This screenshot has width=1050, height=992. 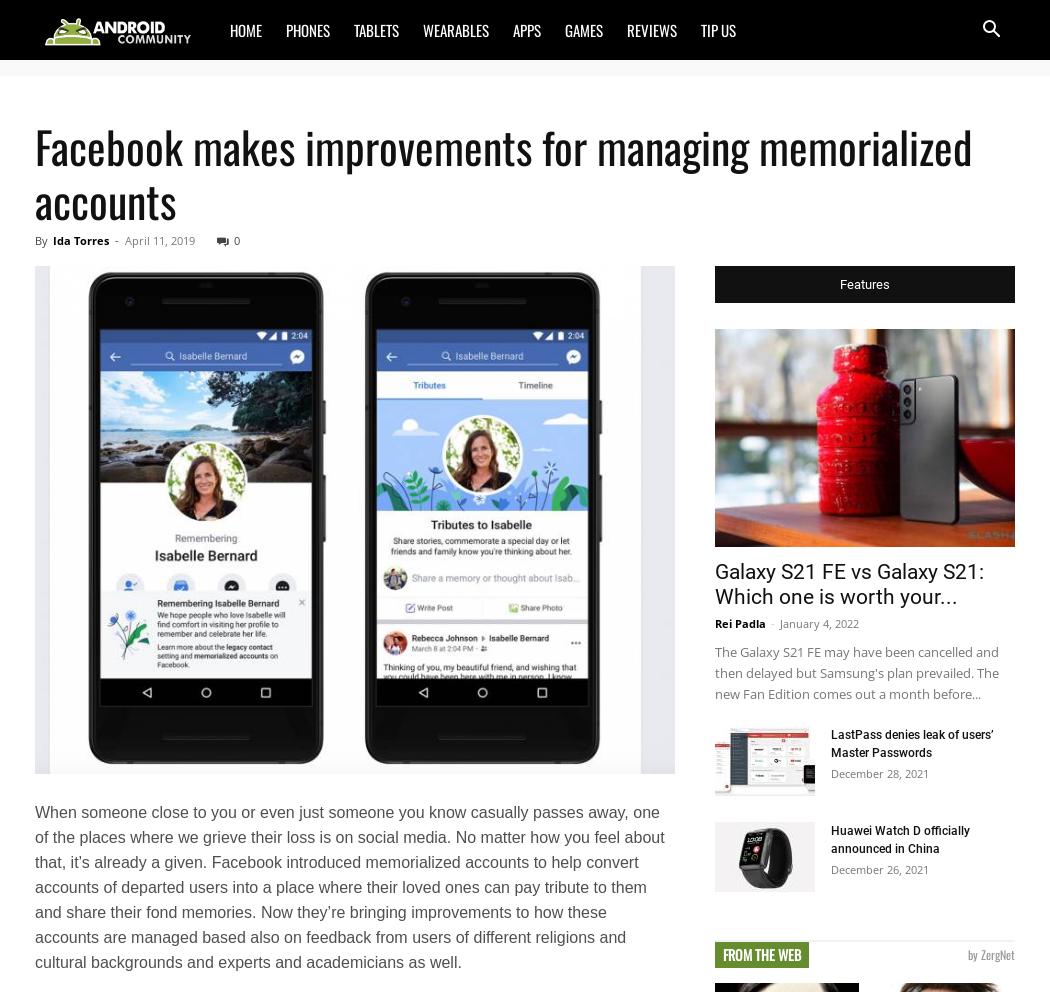 I want to click on 'From the Web', so click(x=761, y=953).